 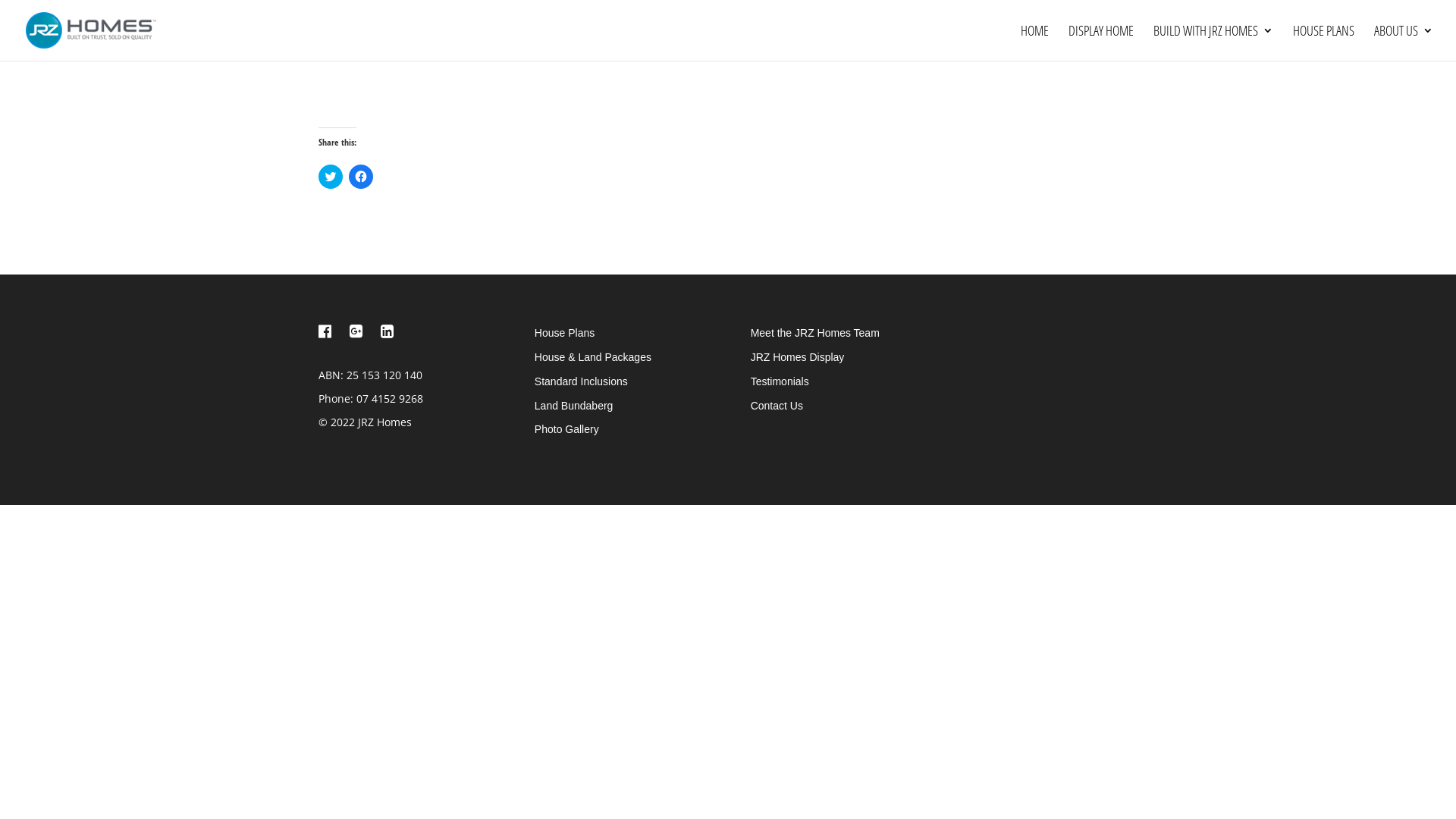 I want to click on 'HOME', so click(x=1034, y=42).